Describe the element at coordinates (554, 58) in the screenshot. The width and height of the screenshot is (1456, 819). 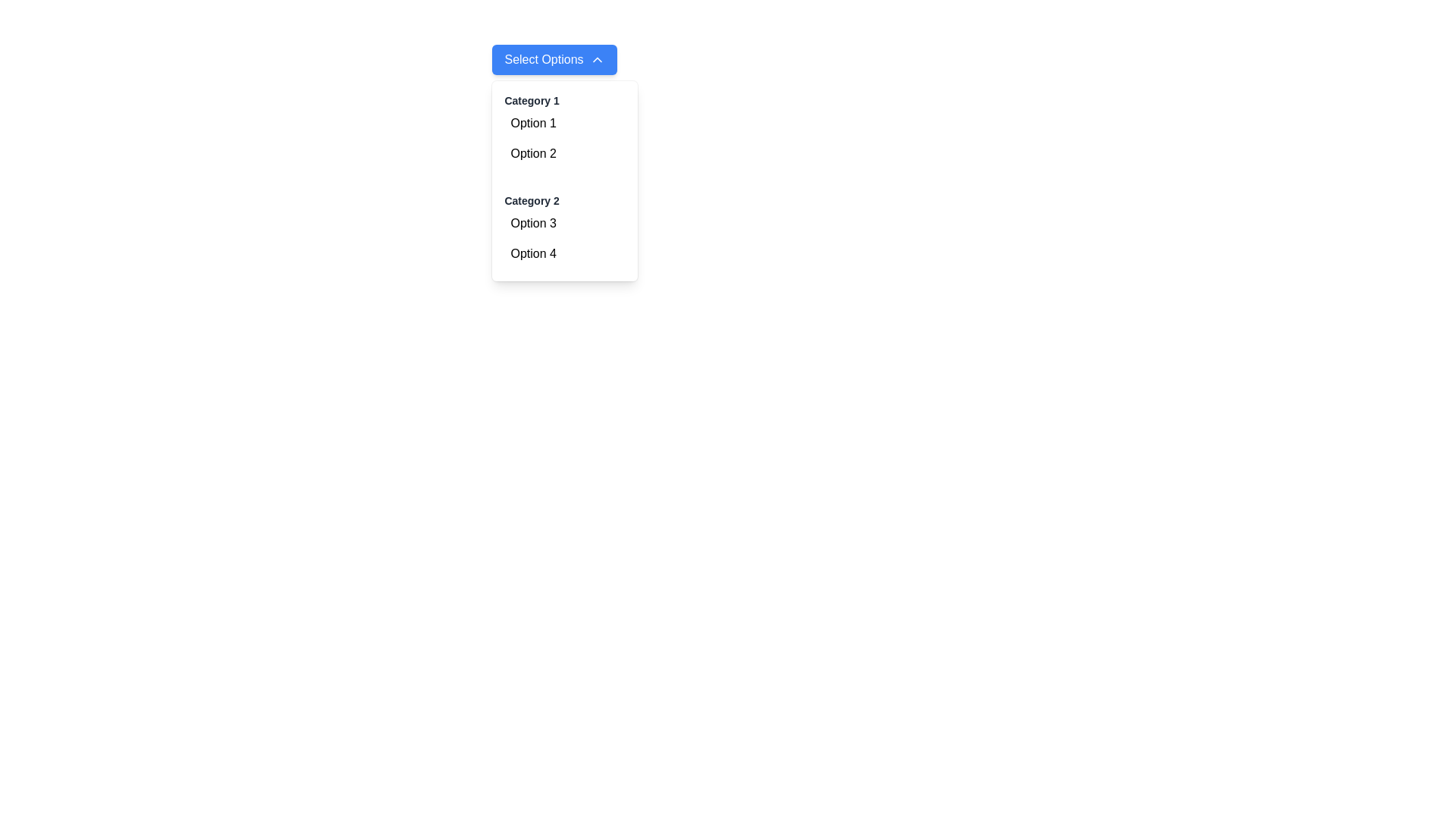
I see `the button with a blue background and white text that reads 'Select Options', which is the first interactive element in a dropdown menu` at that location.